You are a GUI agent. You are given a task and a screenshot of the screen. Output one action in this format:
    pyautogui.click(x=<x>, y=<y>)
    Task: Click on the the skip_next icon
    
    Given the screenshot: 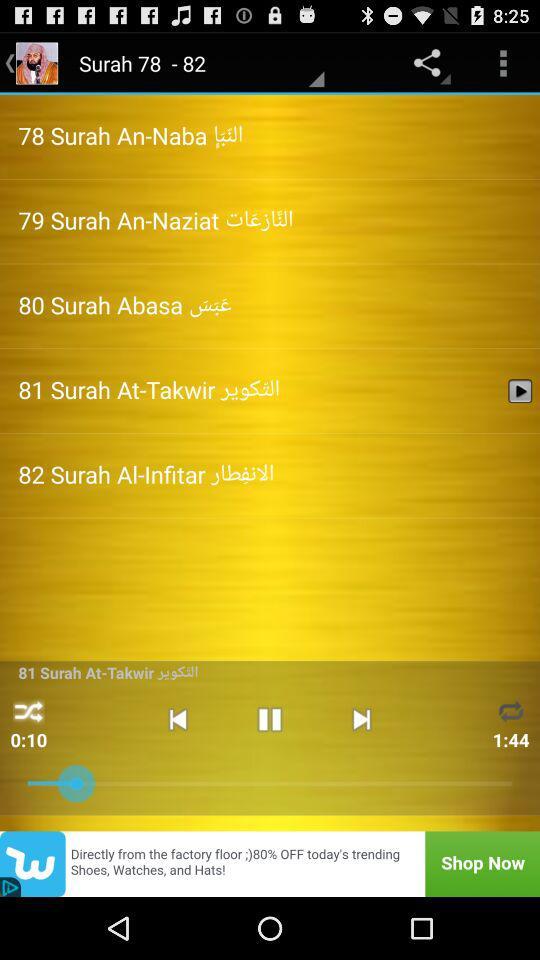 What is the action you would take?
    pyautogui.click(x=360, y=768)
    